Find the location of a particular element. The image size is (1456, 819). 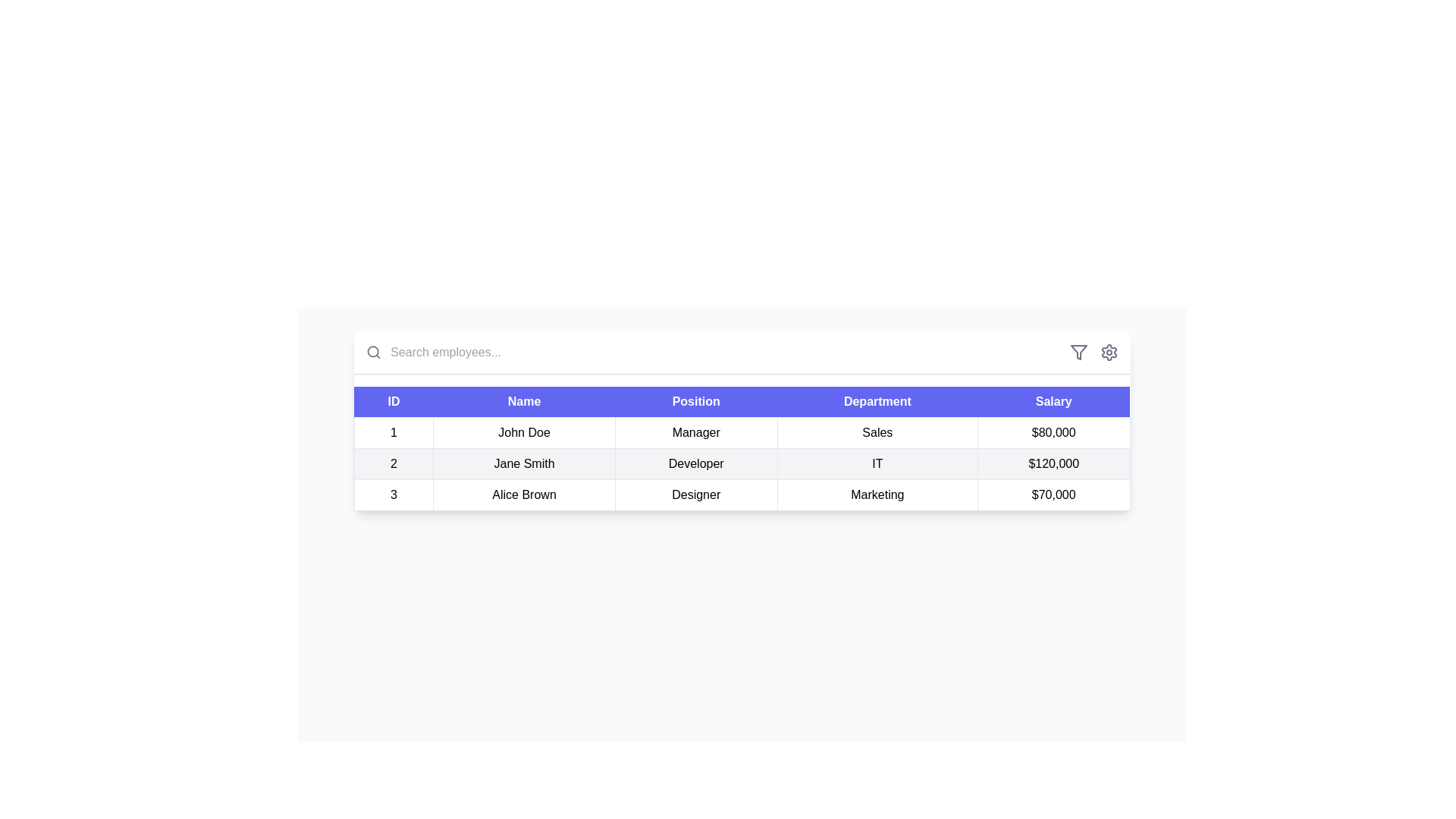

the Text Display element that contains the name 'Jane Smith', which is located in the second cell of the second row in the table is located at coordinates (524, 463).